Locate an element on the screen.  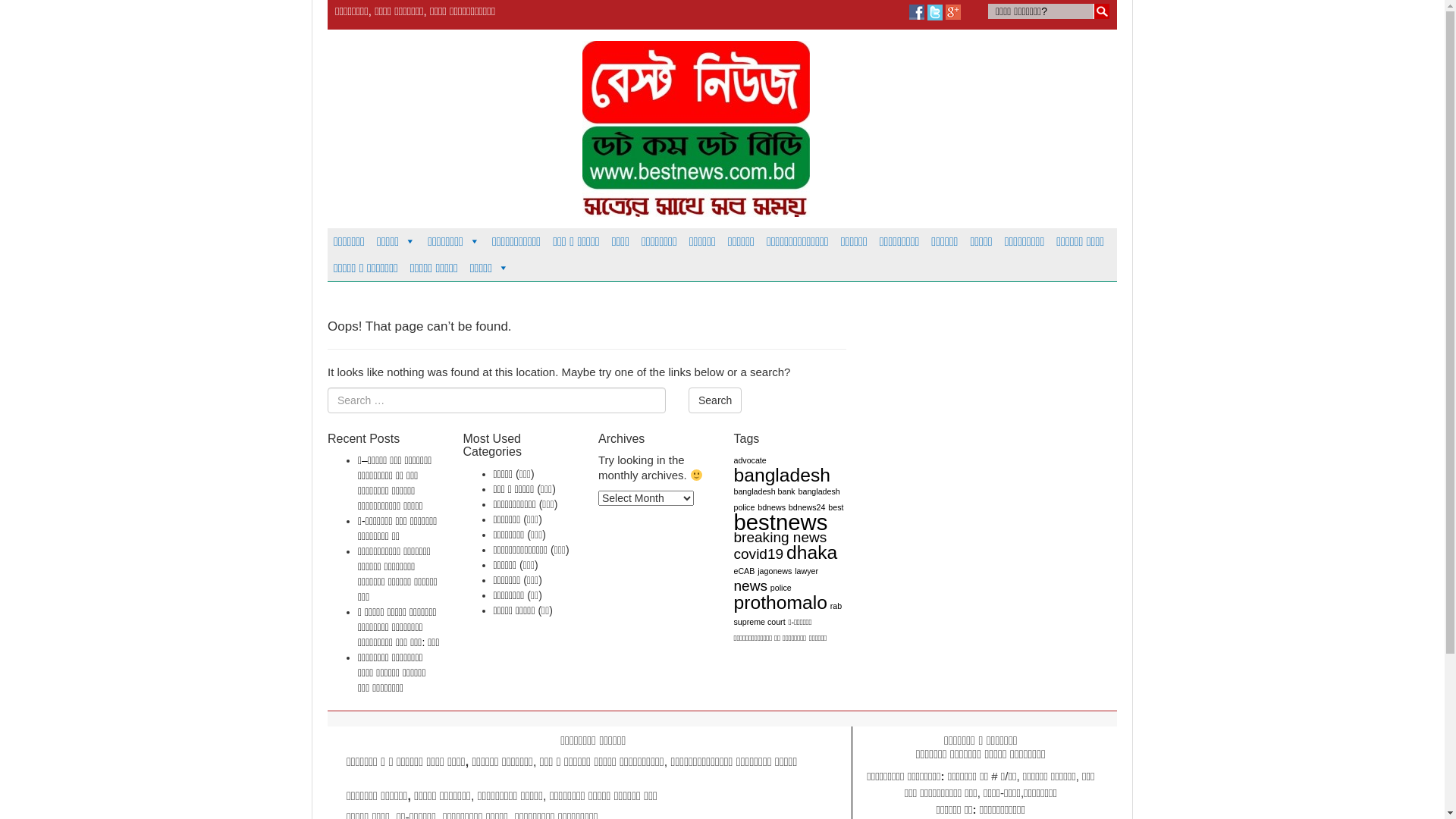
'prothomalo' is located at coordinates (780, 601).